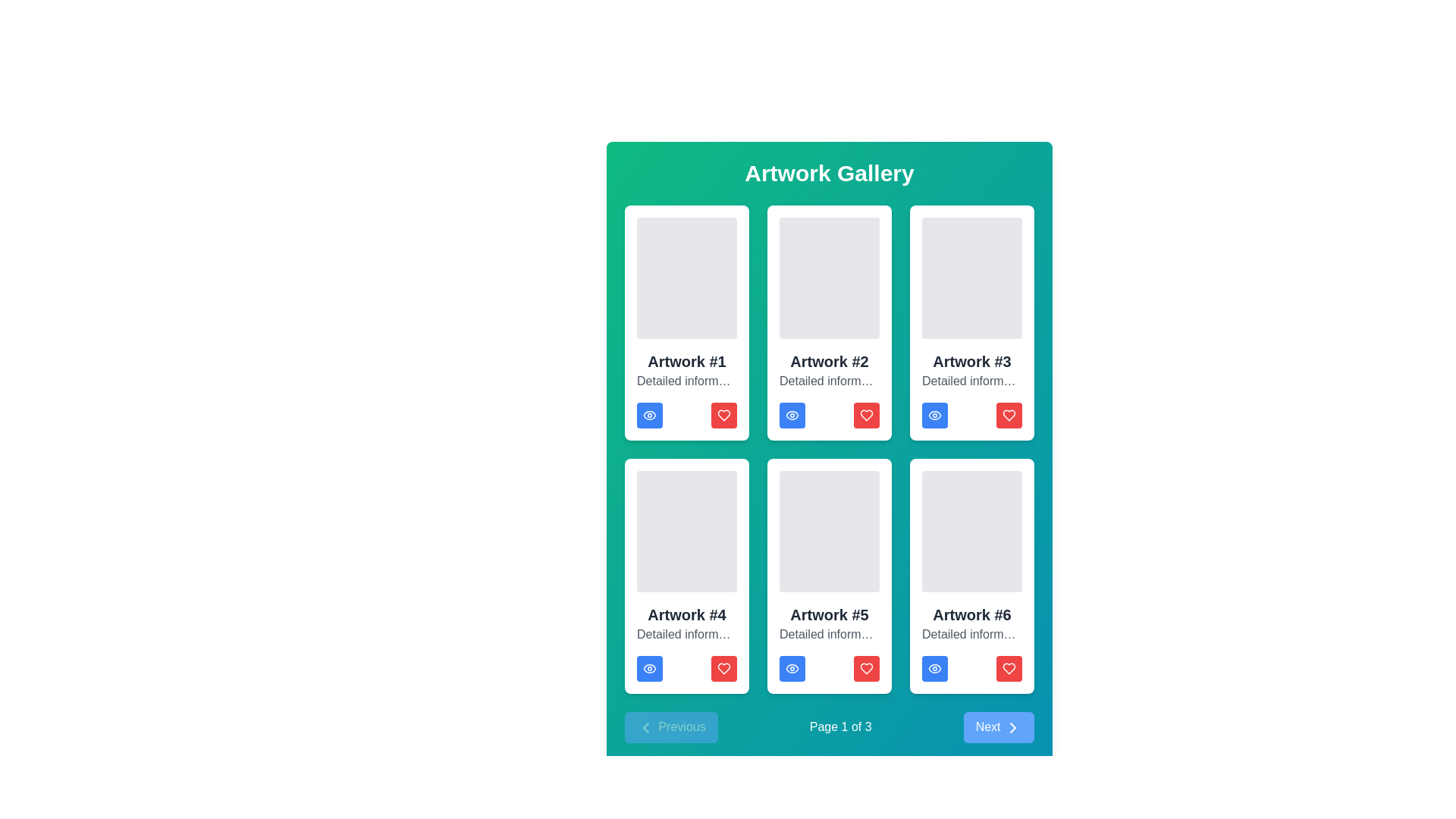 This screenshot has height=819, width=1456. What do you see at coordinates (792, 415) in the screenshot?
I see `the eye-shaped icon button, which is a minimalistic line-art design located within a blue square button beneath the second artwork card` at bounding box center [792, 415].